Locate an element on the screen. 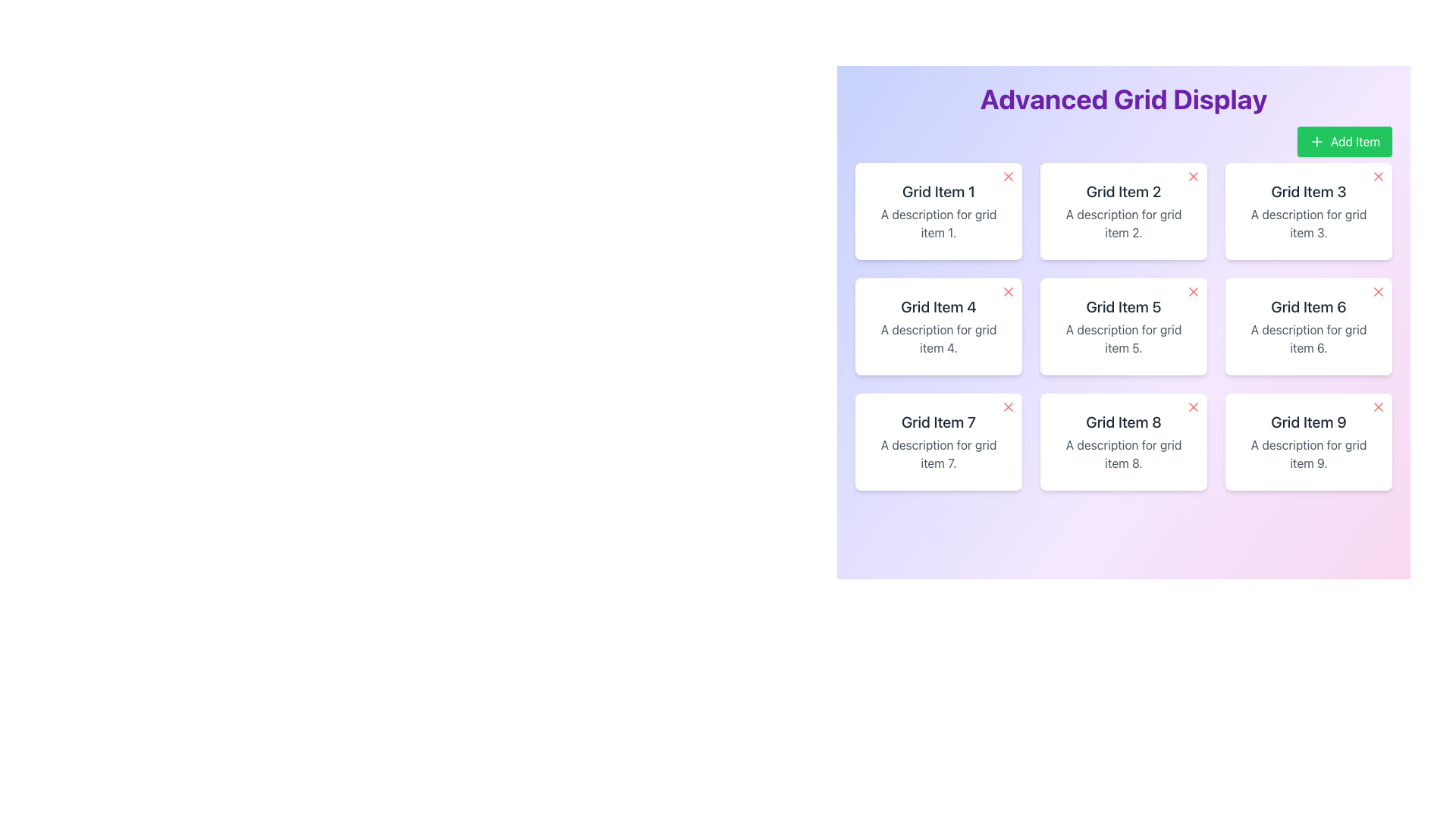 The height and width of the screenshot is (819, 1456). the close or delete icon located in the top-right corner of the card labeled 'Grid Item 4' in the grid layout is located at coordinates (1008, 292).